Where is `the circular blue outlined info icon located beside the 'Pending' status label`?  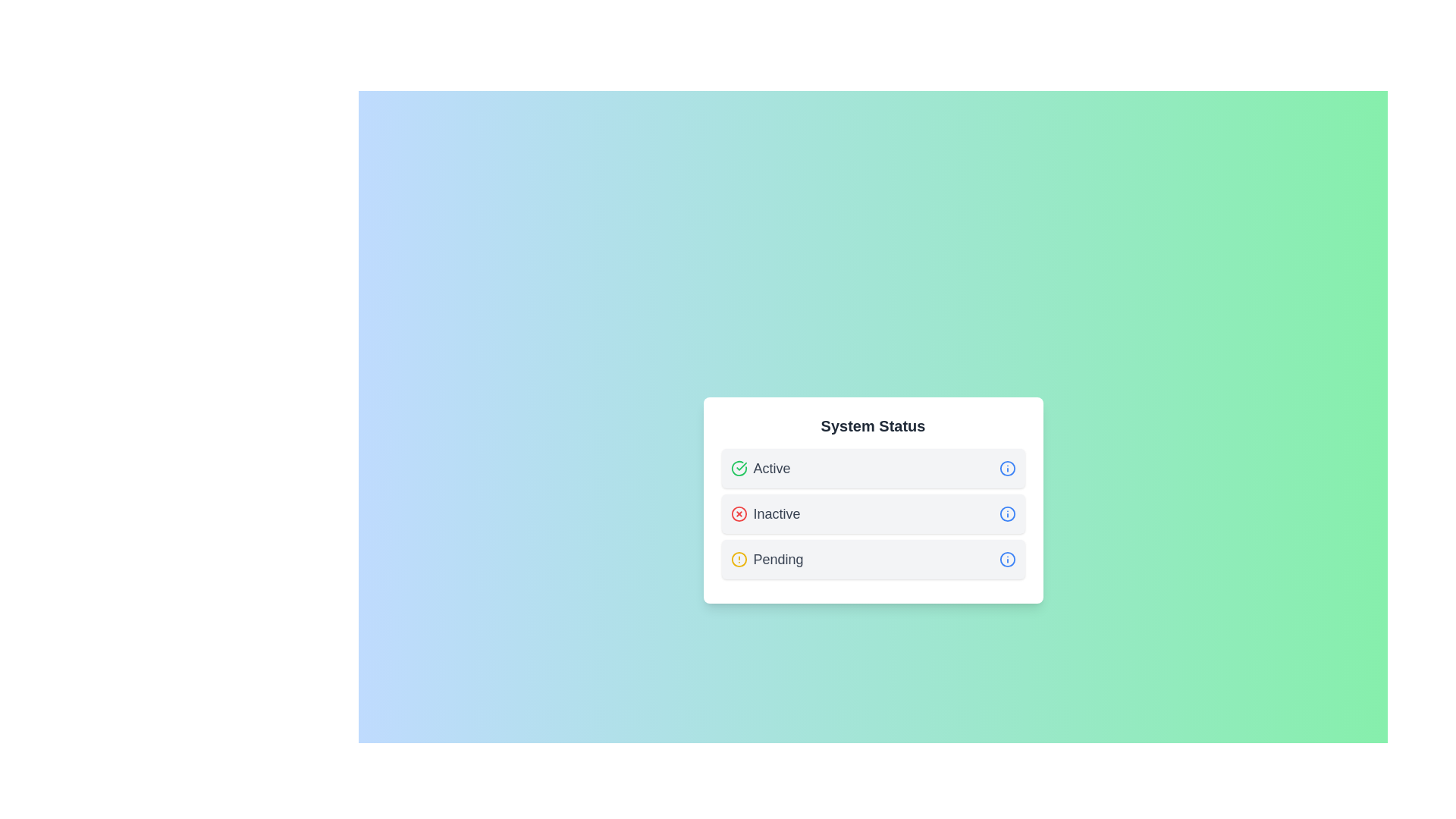
the circular blue outlined info icon located beside the 'Pending' status label is located at coordinates (1007, 559).